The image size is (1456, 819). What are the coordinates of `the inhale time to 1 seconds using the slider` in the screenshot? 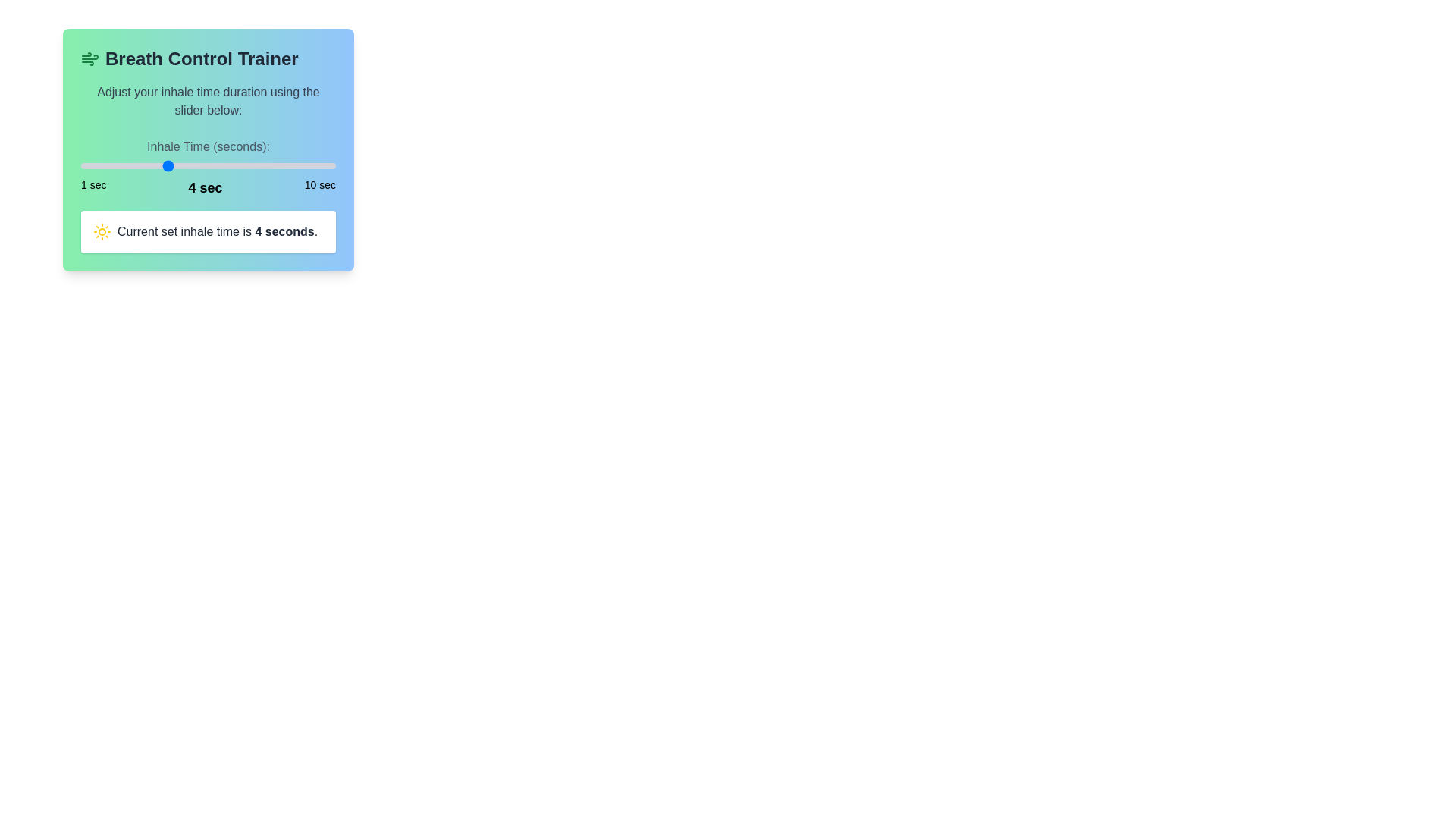 It's located at (80, 166).